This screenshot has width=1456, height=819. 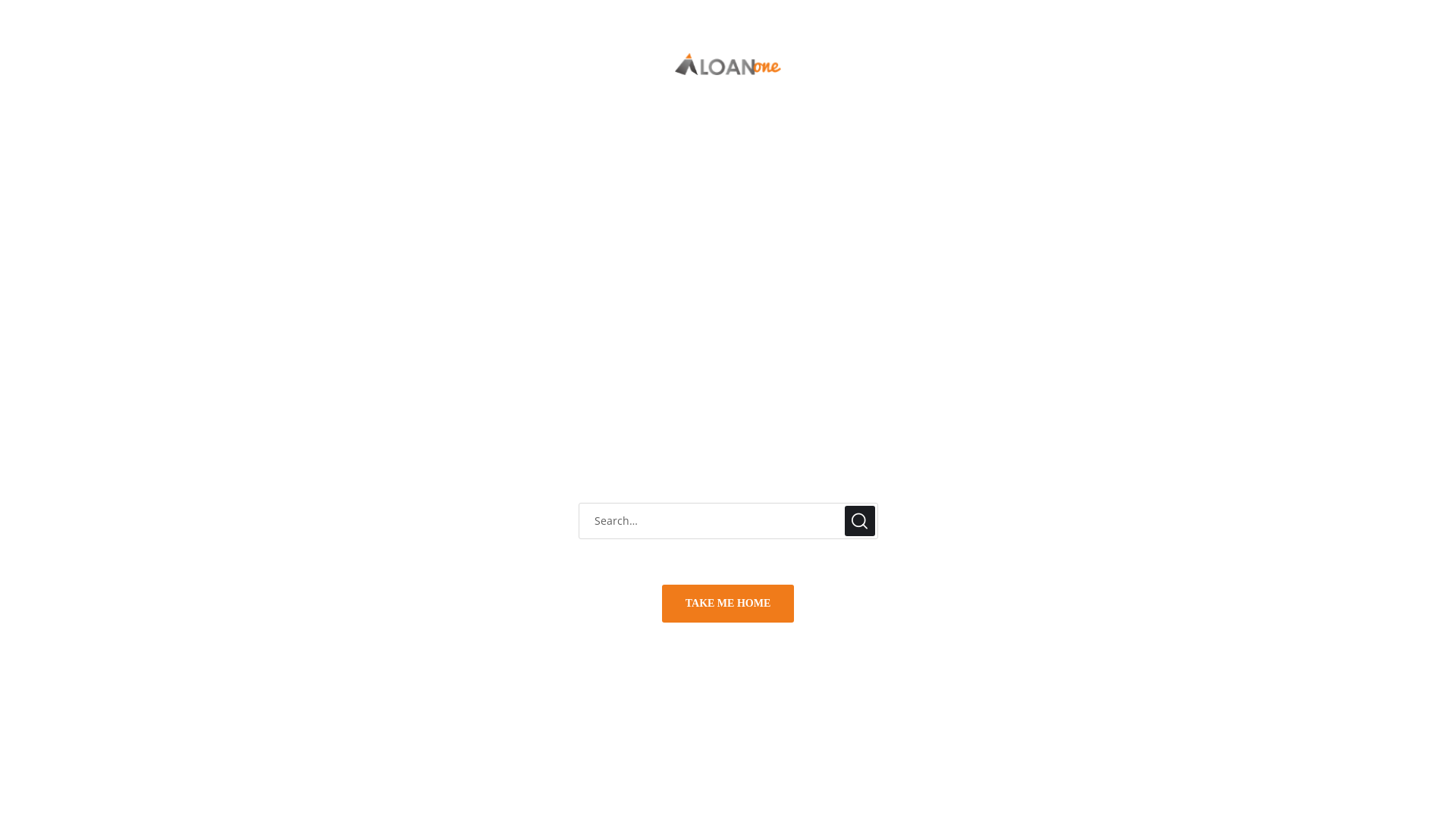 I want to click on 'TAKE ME HOME', so click(x=728, y=602).